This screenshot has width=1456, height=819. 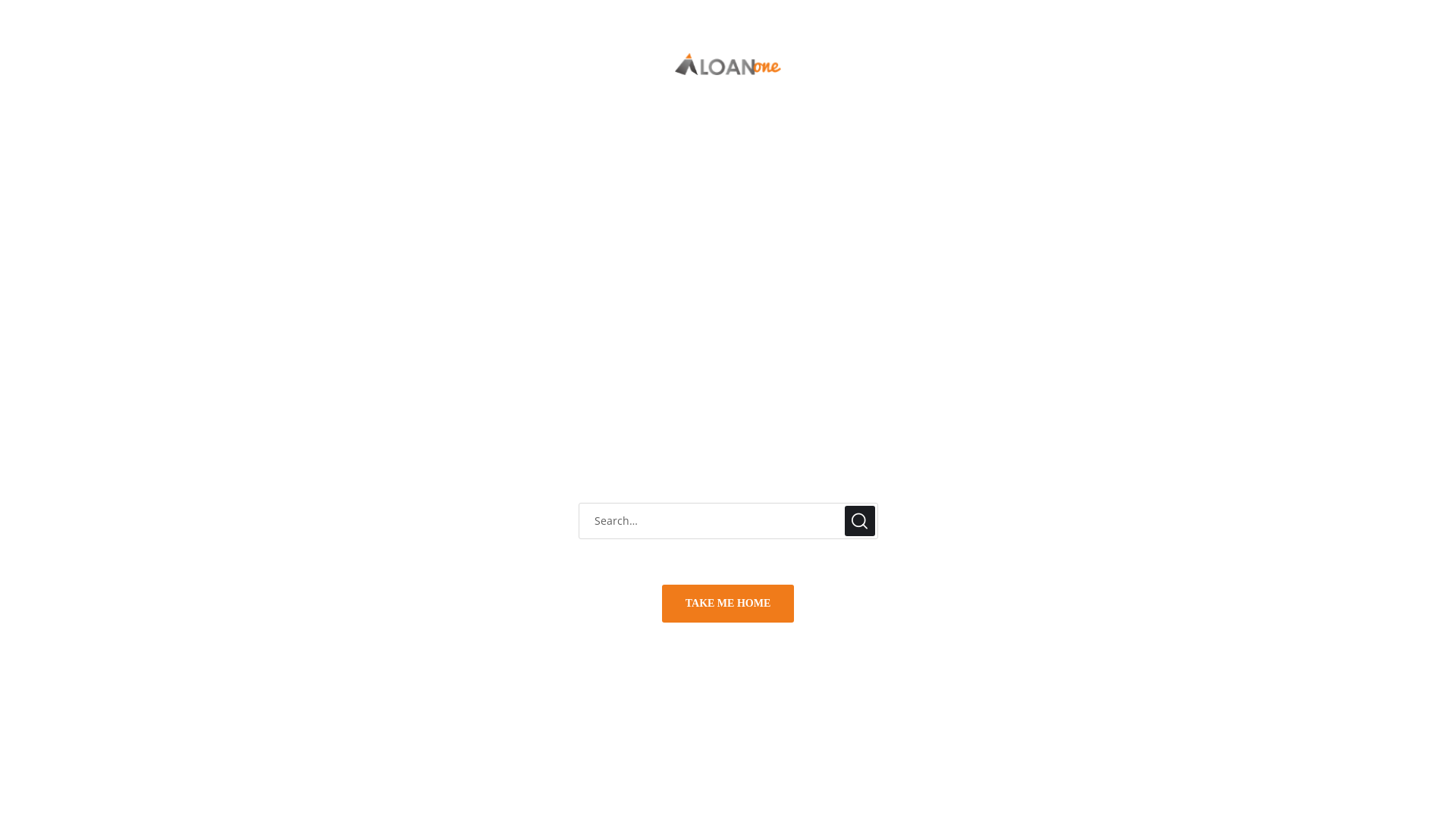 I want to click on 'TAKE ME HOME', so click(x=728, y=602).